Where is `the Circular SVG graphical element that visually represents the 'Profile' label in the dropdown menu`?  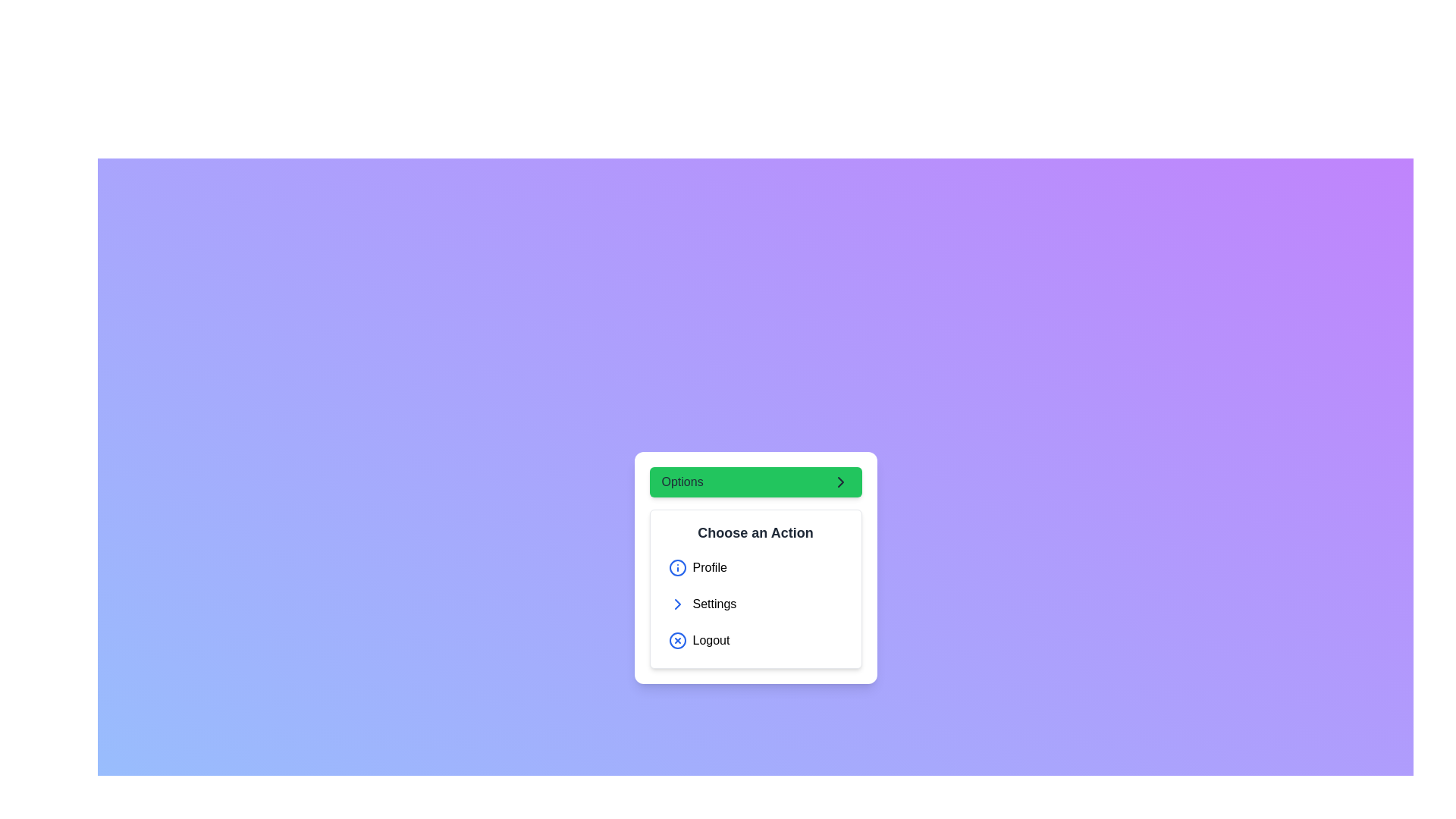
the Circular SVG graphical element that visually represents the 'Profile' label in the dropdown menu is located at coordinates (676, 567).